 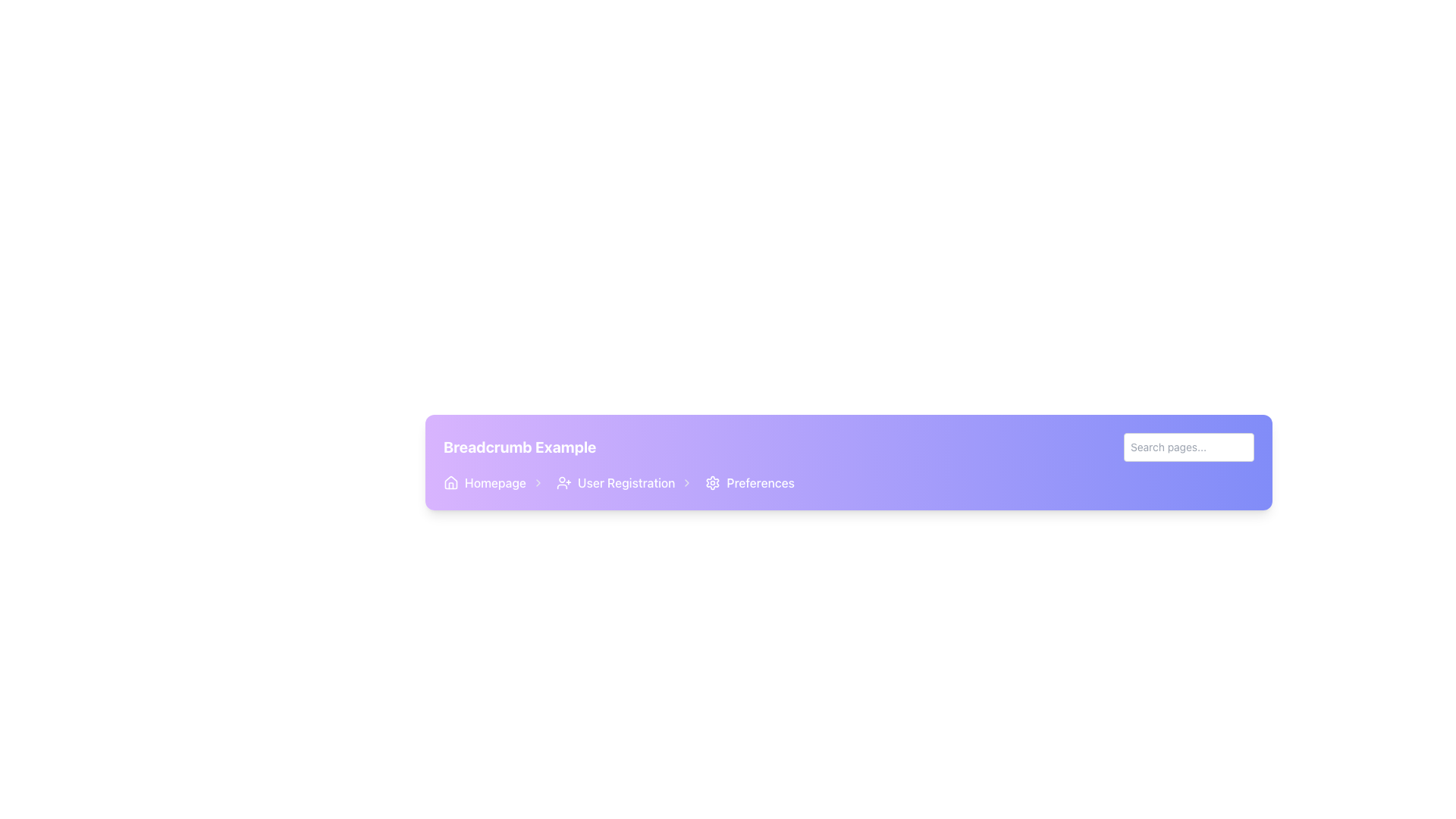 I want to click on the 'Preferences' text link, which is styled in white and located on the far right side of a navigation breadcrumb on a purple background, so click(x=761, y=482).